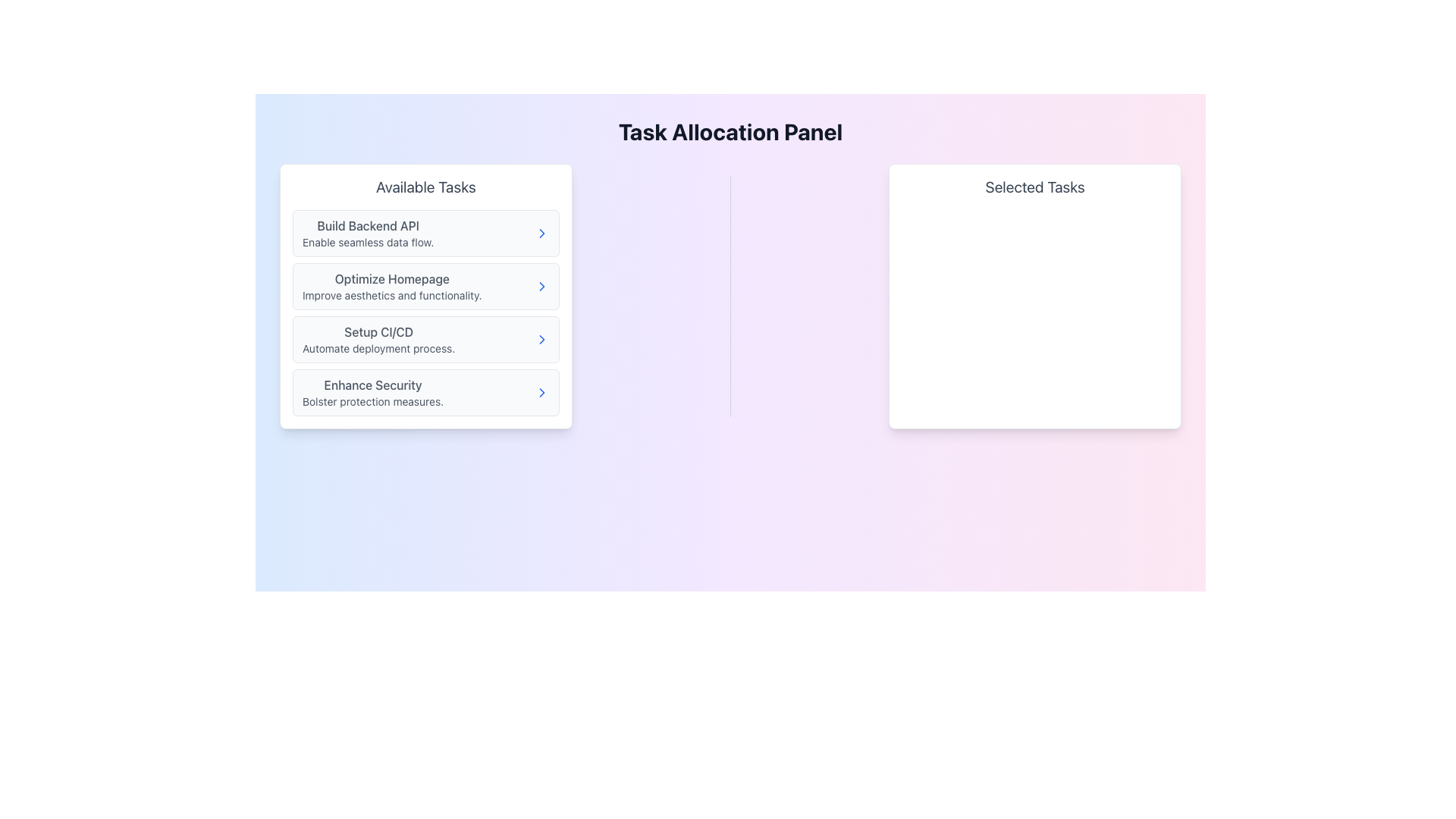 Image resolution: width=1456 pixels, height=819 pixels. What do you see at coordinates (730, 296) in the screenshot?
I see `the vertical divider line that separates 'Available Tasks' and 'Selected Tasks' in the task allocation panel` at bounding box center [730, 296].